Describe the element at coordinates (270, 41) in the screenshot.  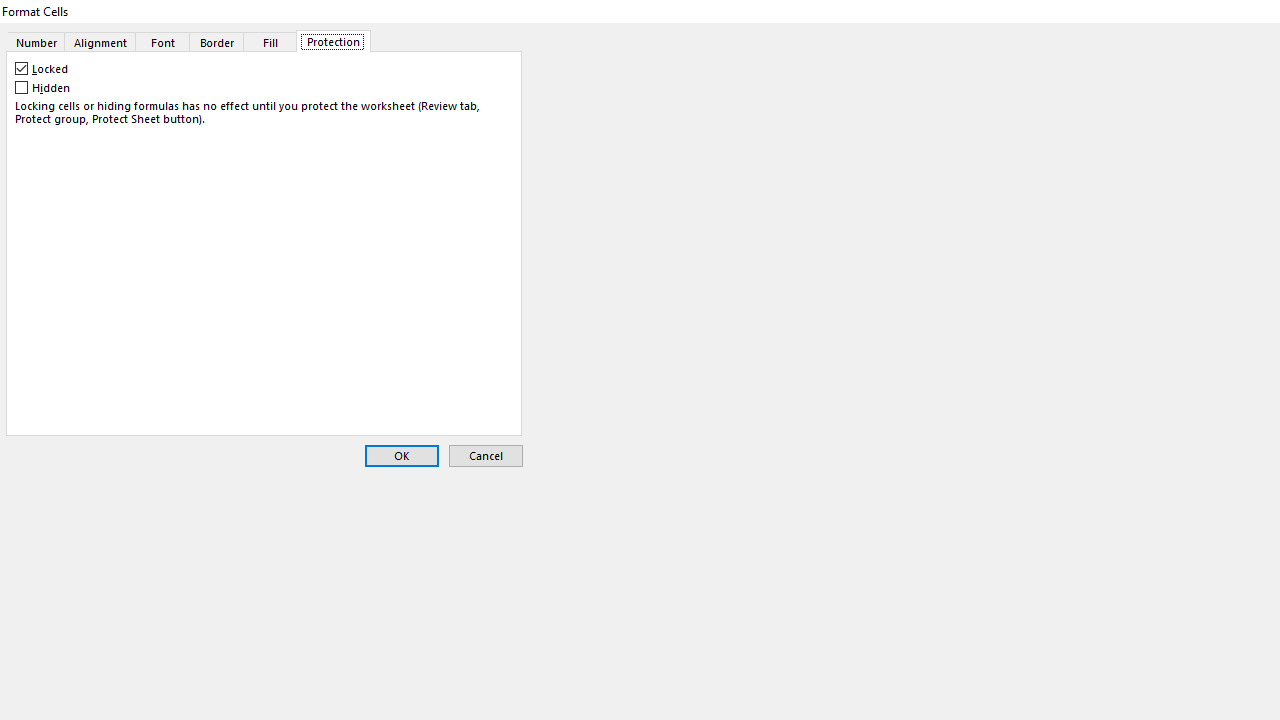
I see `'Fill'` at that location.